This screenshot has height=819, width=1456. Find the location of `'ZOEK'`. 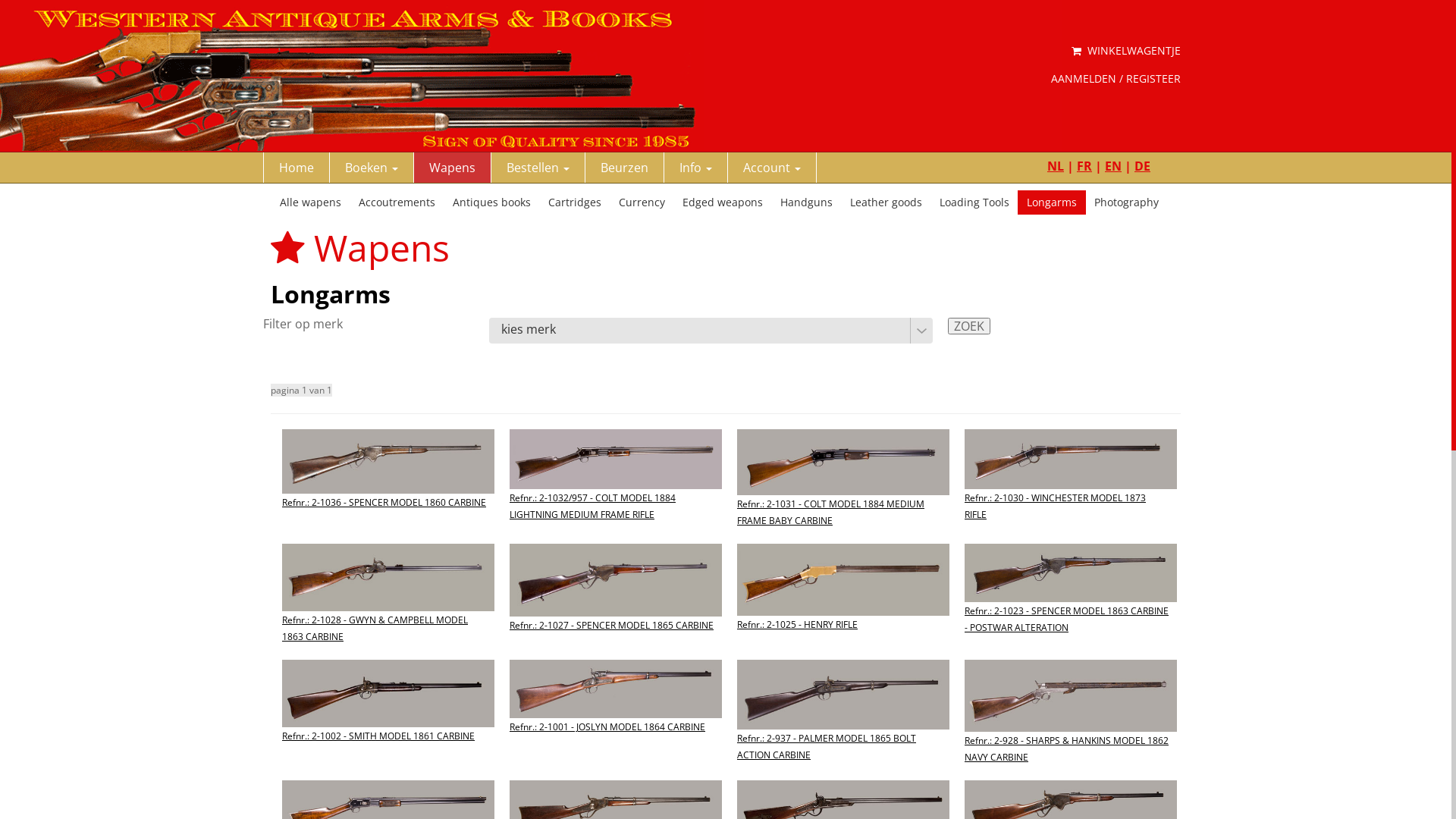

'ZOEK' is located at coordinates (968, 325).